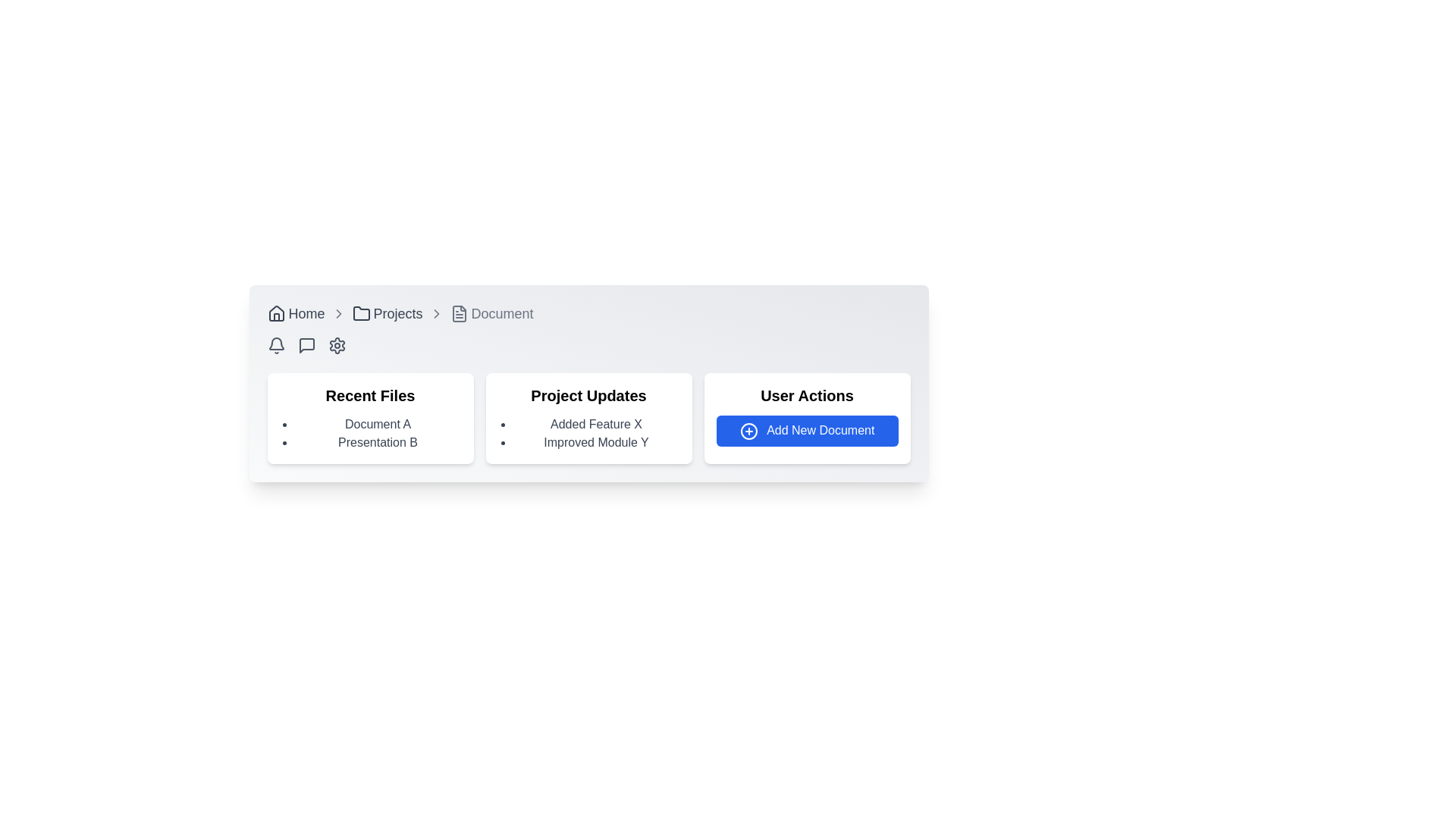 The width and height of the screenshot is (1456, 819). I want to click on the unordered list displaying recently accessed files located in the 'Recent Files' panel on the left side of the interface, so click(370, 433).